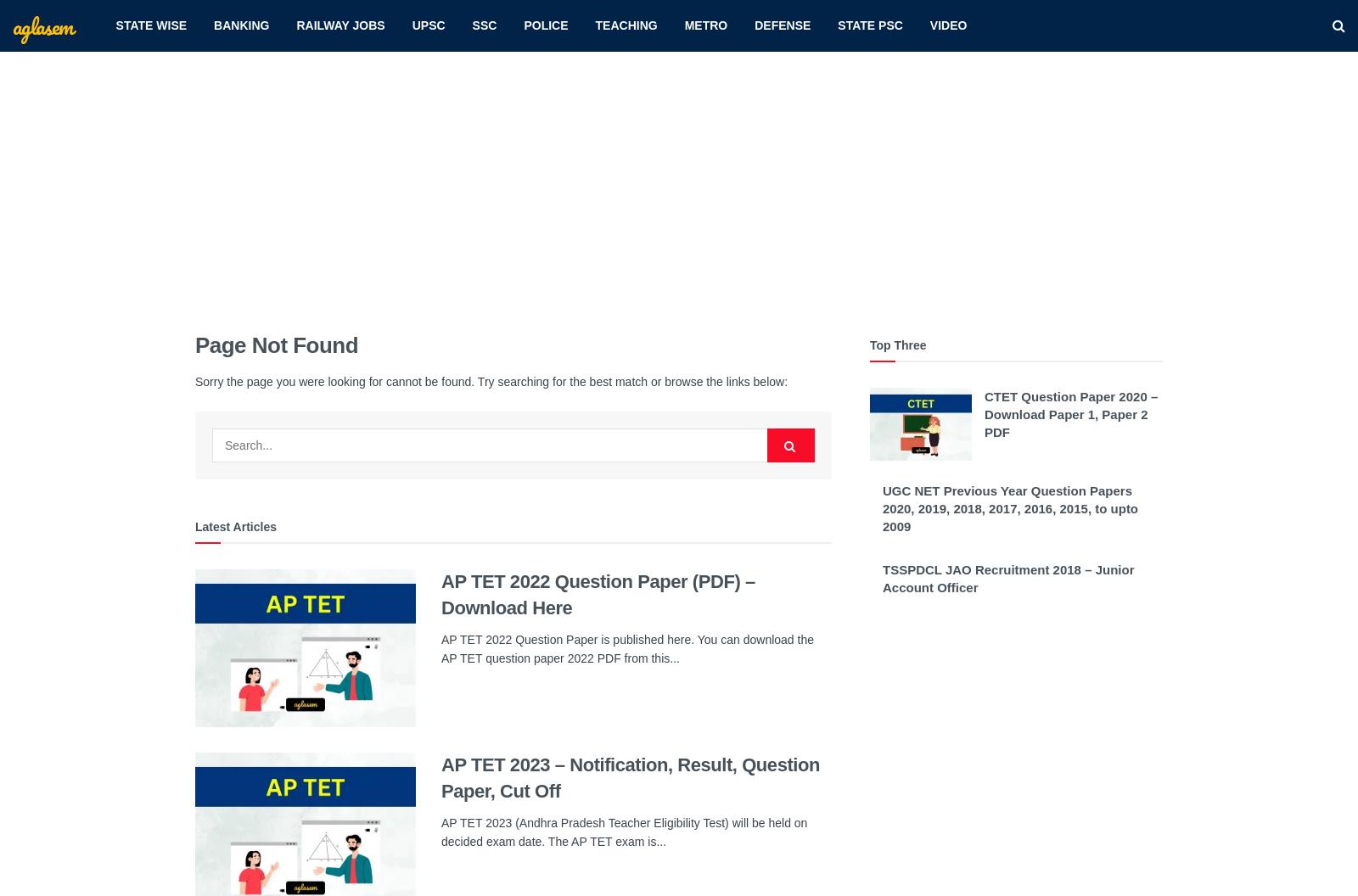 The image size is (1358, 896). What do you see at coordinates (598, 594) in the screenshot?
I see `'AP TET 2022 Question Paper (PDF) – Download Here'` at bounding box center [598, 594].